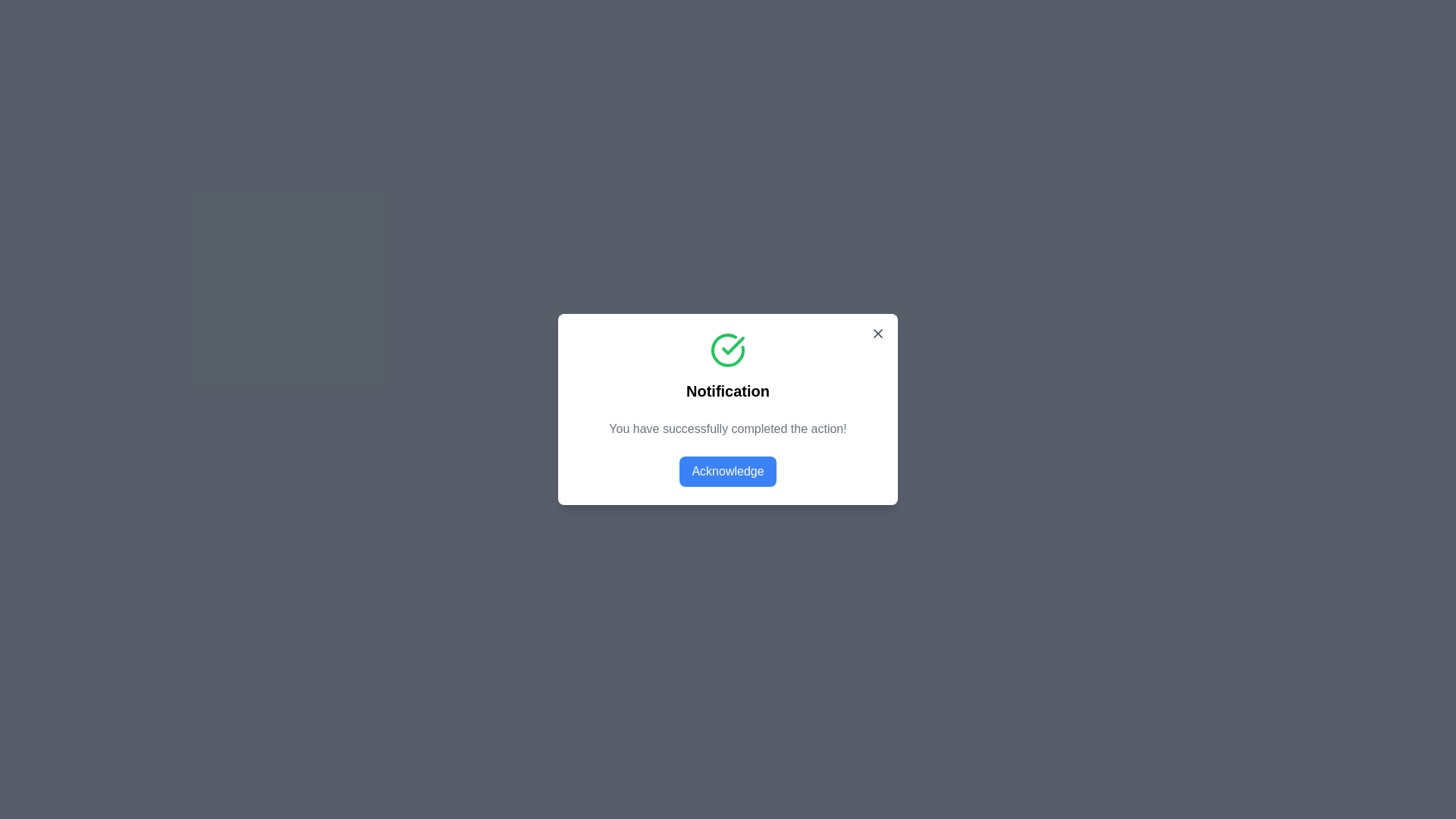 The width and height of the screenshot is (1456, 819). Describe the element at coordinates (877, 332) in the screenshot. I see `the close button icon located at the top-right corner of the modal to observe the color change` at that location.